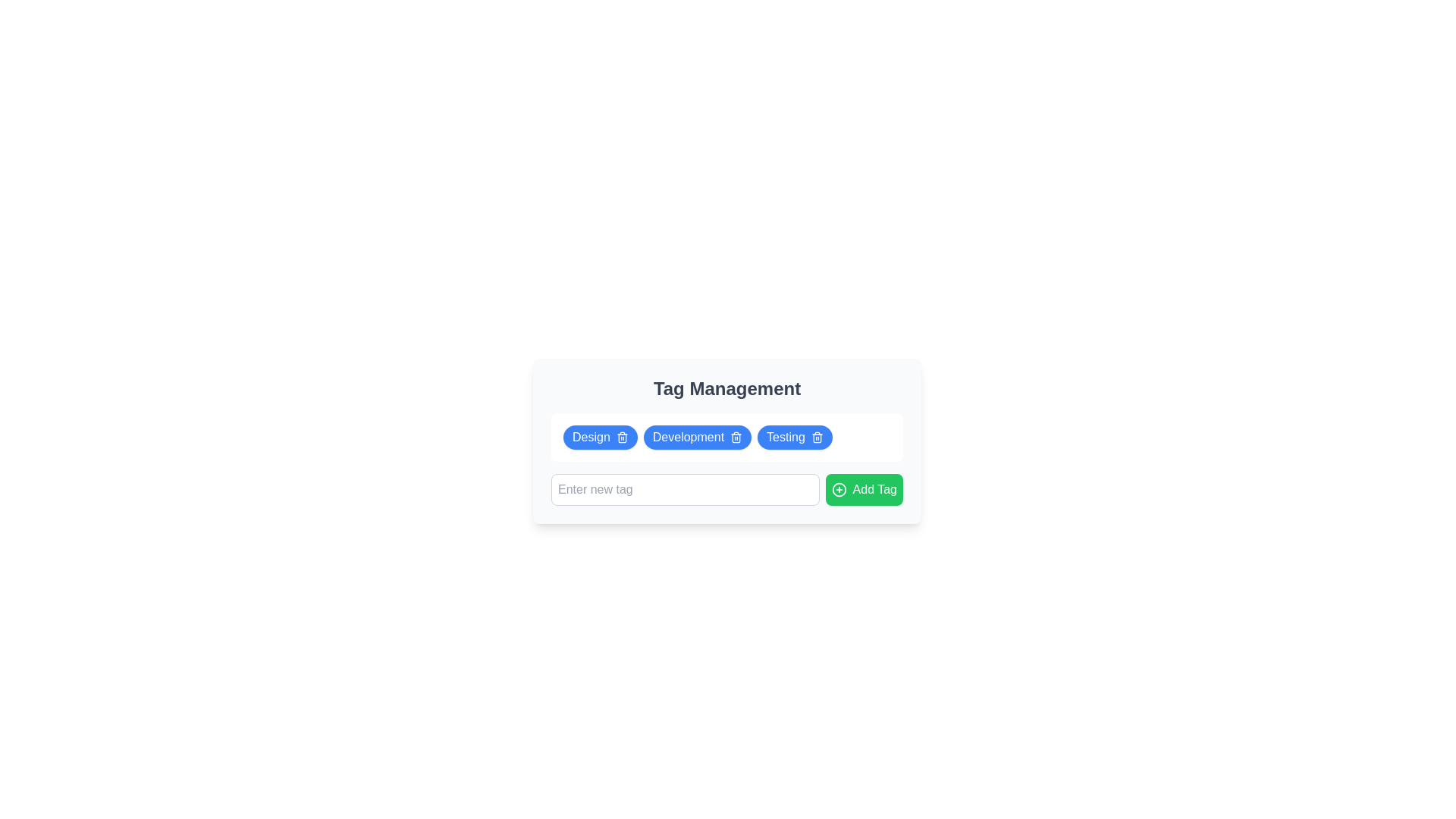 This screenshot has width=1456, height=819. What do you see at coordinates (622, 438) in the screenshot?
I see `the second rectangle of the trash bin icon, which has a curved bottom` at bounding box center [622, 438].